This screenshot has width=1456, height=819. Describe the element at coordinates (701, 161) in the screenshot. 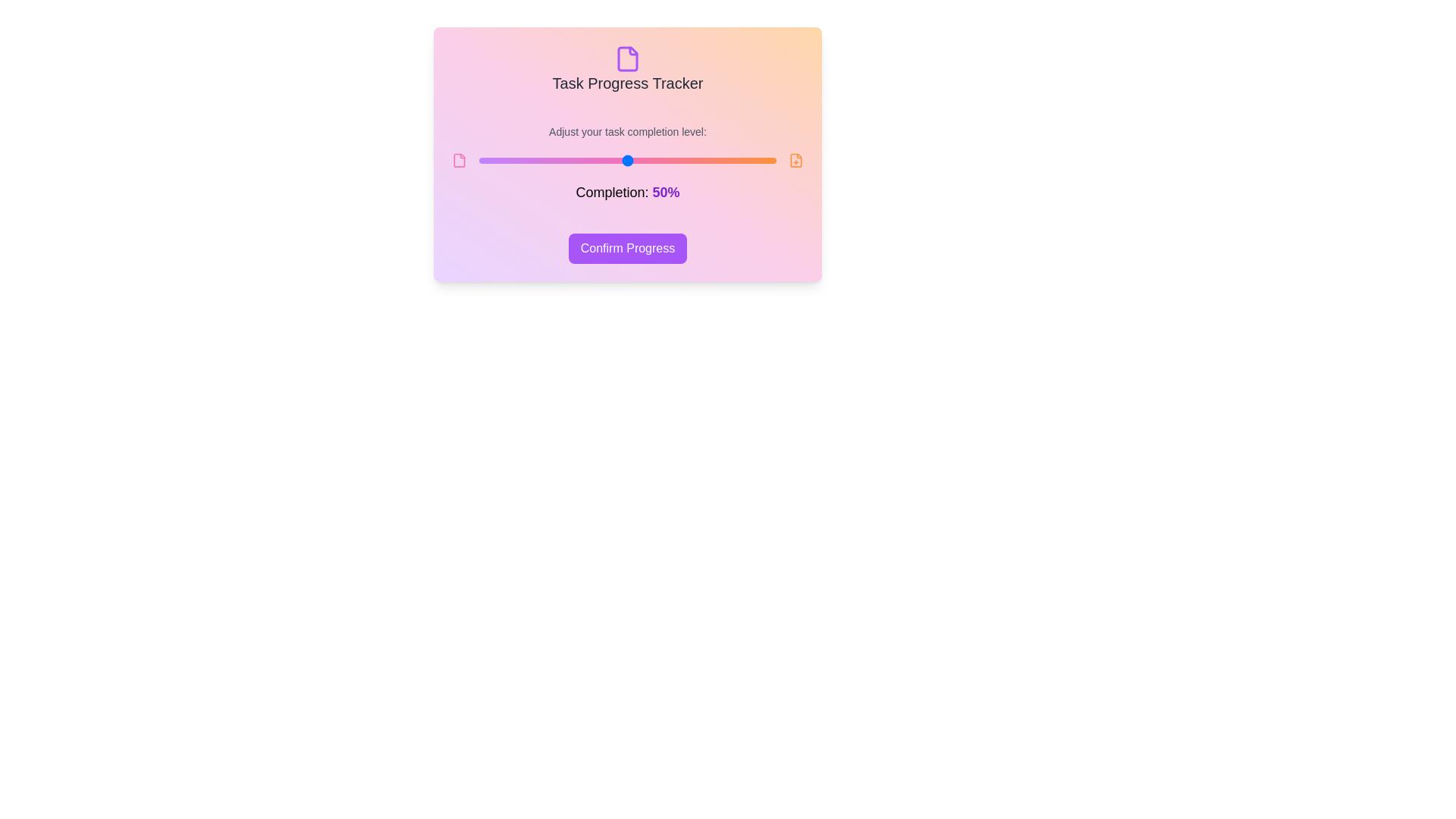

I see `the slider to set the completion level to 75%` at that location.